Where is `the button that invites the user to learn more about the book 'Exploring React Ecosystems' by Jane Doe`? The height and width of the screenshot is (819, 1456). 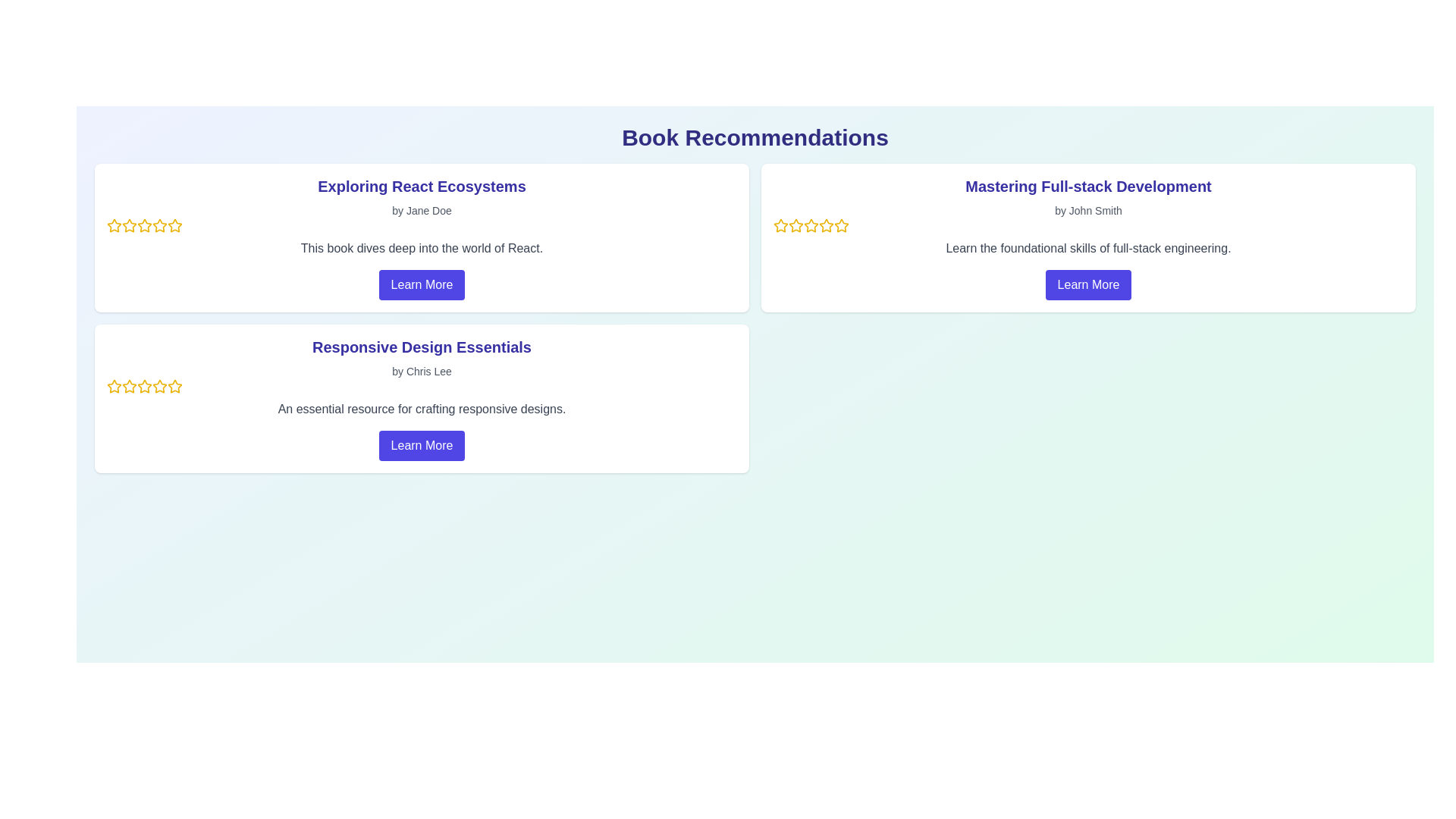
the button that invites the user to learn more about the book 'Exploring React Ecosystems' by Jane Doe is located at coordinates (422, 284).